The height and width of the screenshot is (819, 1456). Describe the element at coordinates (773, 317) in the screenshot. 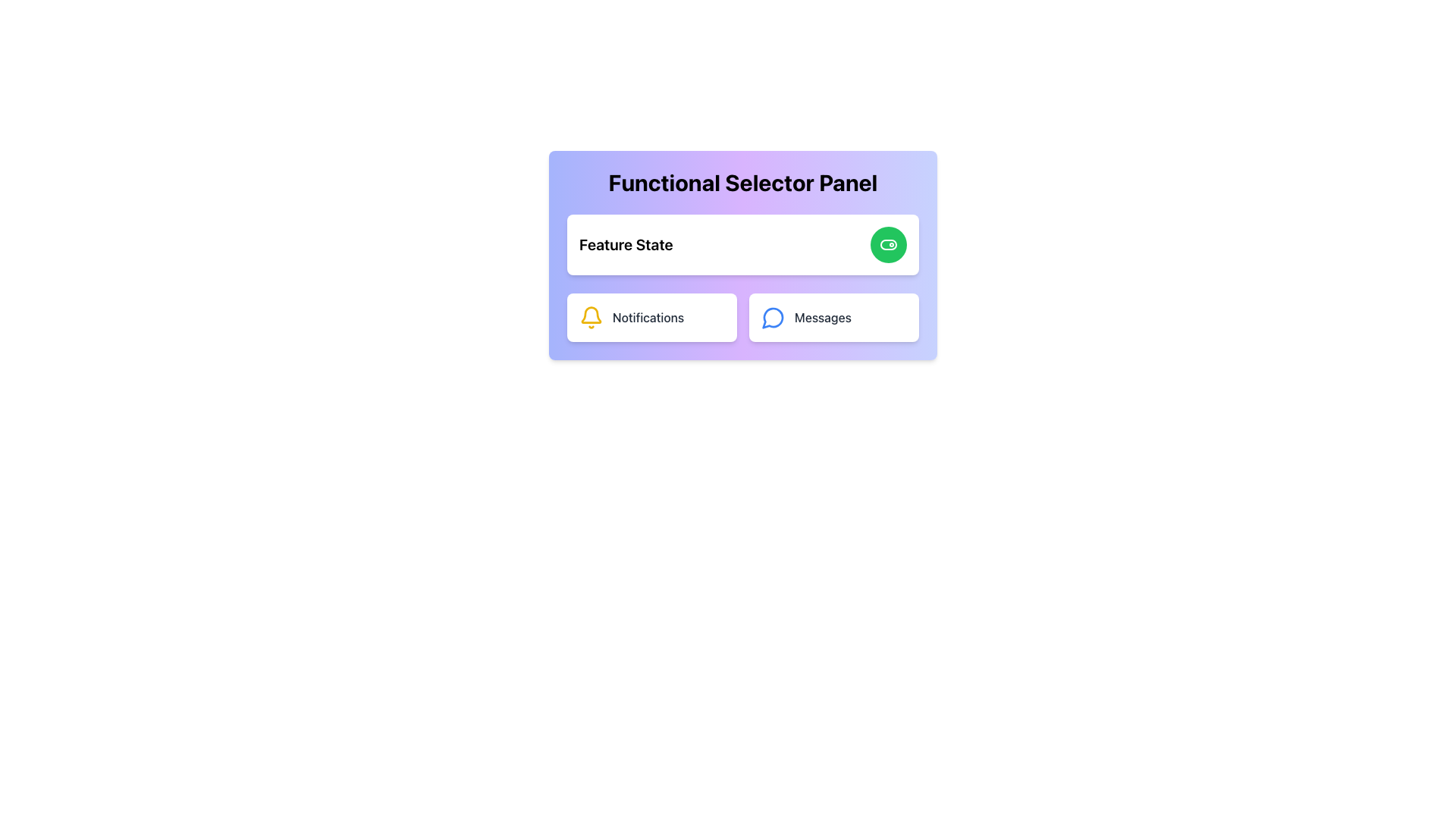

I see `the message icon located to the left of the 'Messages' text inside the card in the lower-right section of the purple 'Functional Selector Panel'` at that location.